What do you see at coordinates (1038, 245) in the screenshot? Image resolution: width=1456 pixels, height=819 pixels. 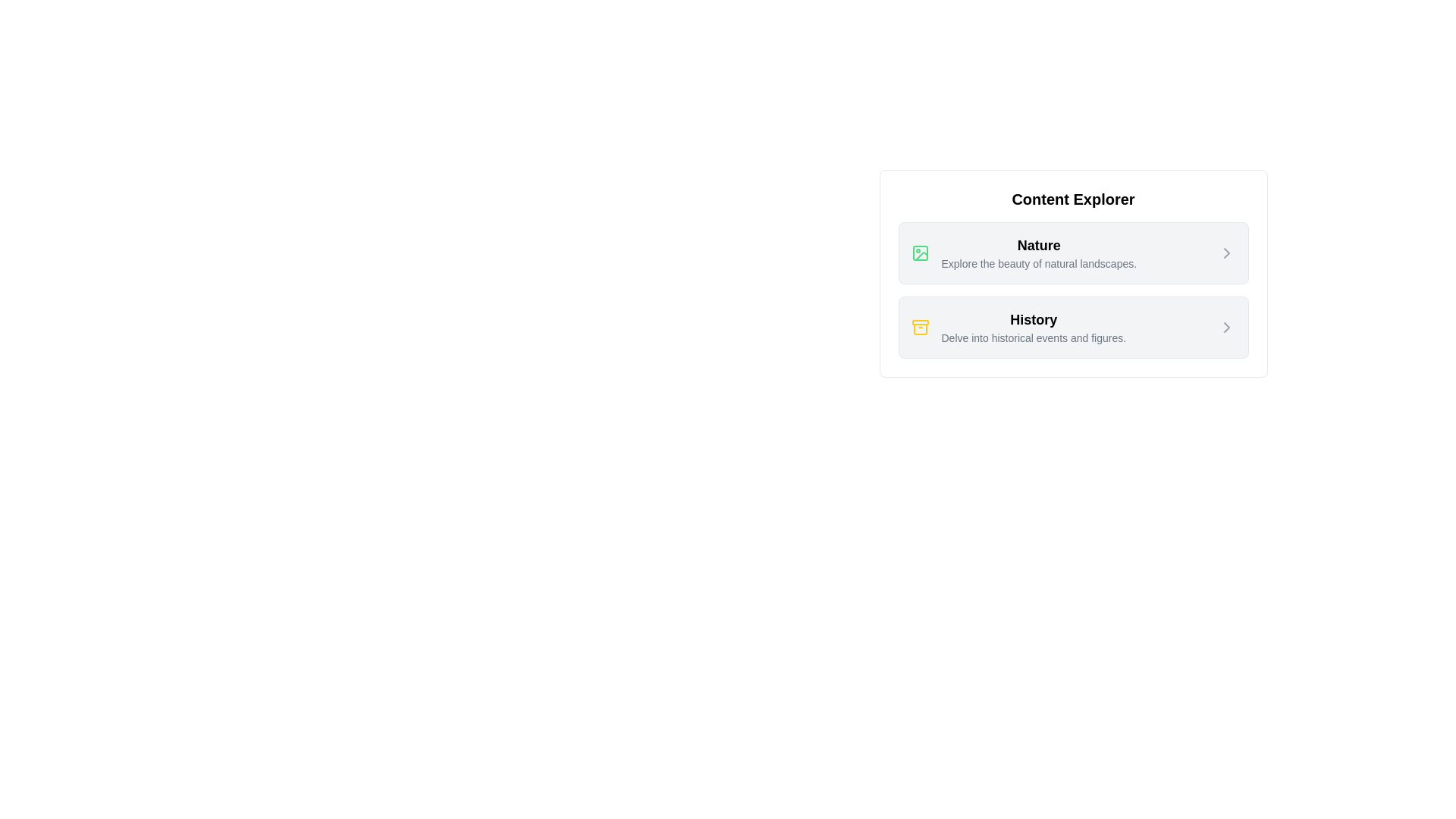 I see `the title text element at the top of the card in the 'Content Explorer' section, which indicates the main category of the card content` at bounding box center [1038, 245].